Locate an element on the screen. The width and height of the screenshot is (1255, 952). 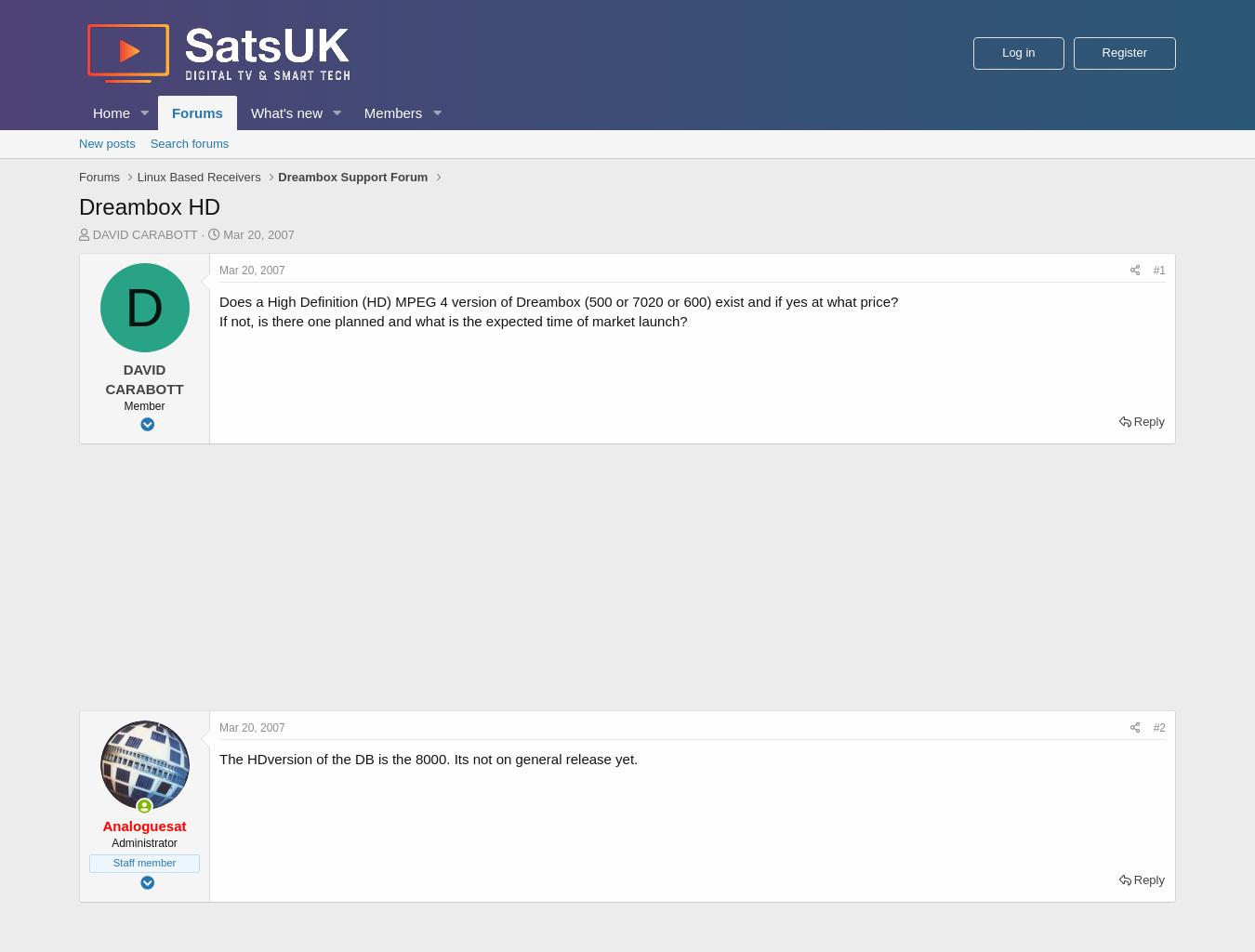
'Register' is located at coordinates (1123, 51).